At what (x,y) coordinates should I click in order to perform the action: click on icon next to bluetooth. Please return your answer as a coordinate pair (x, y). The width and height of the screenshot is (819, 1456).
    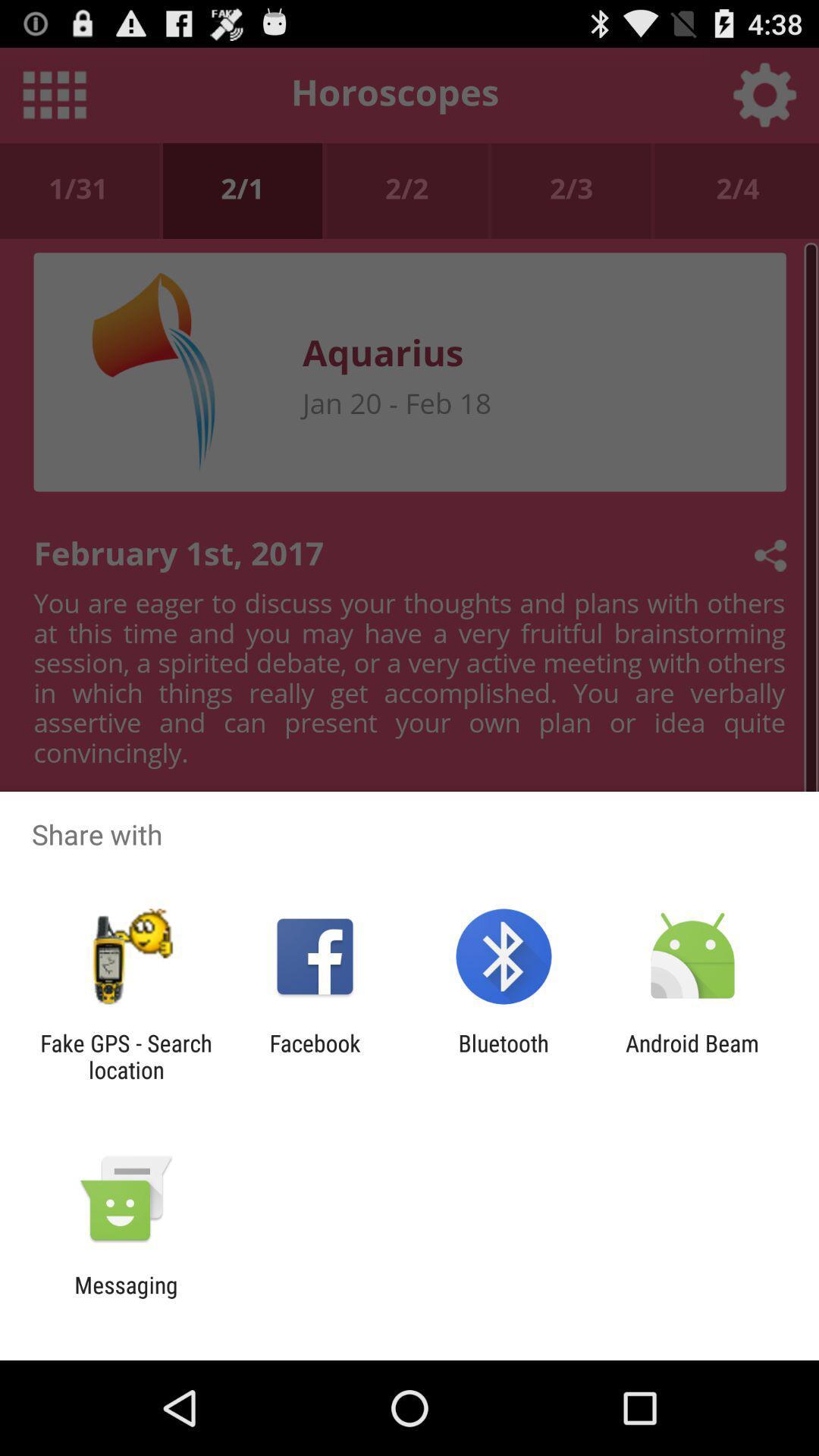
    Looking at the image, I should click on (314, 1056).